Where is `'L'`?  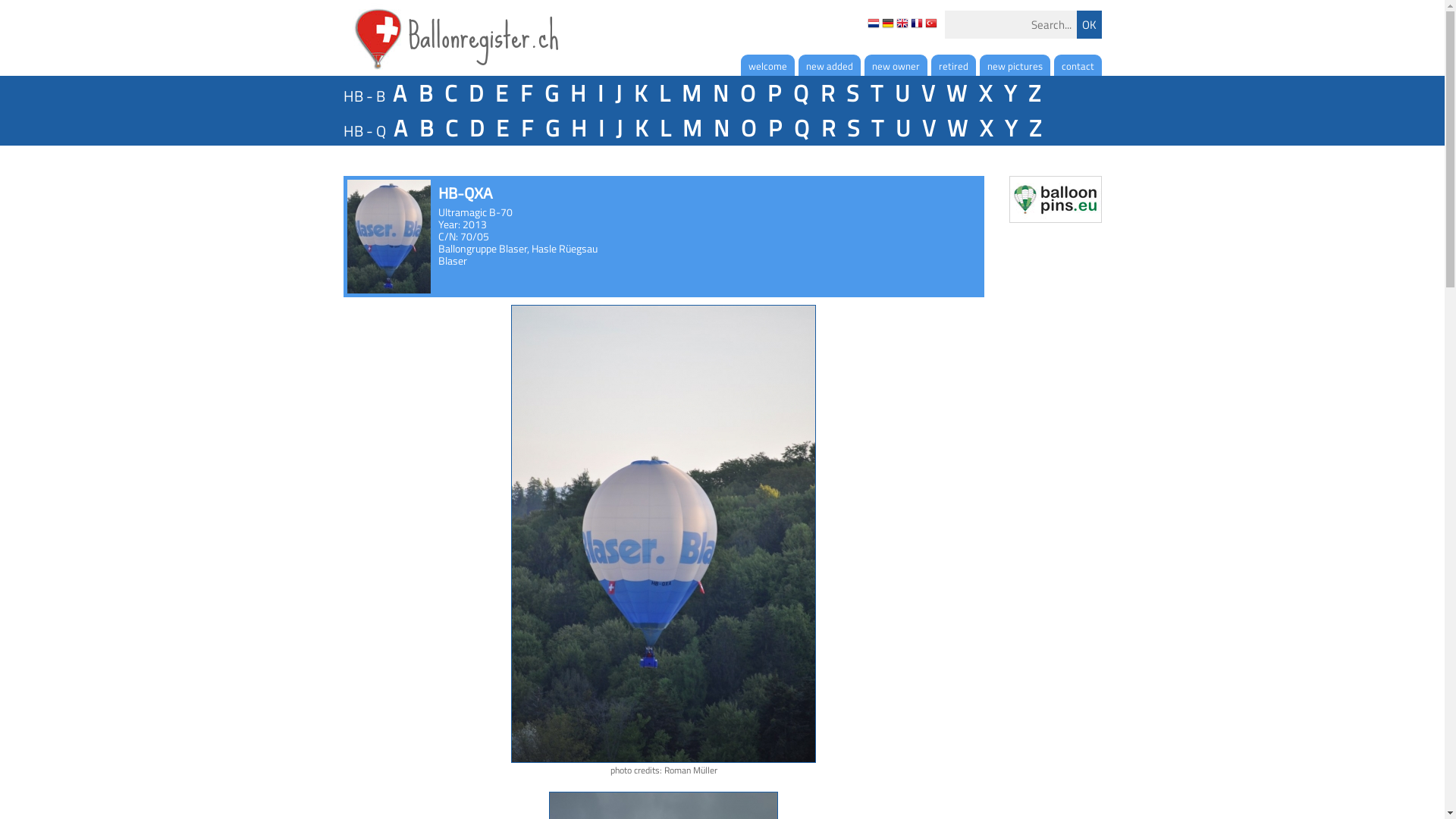
'L' is located at coordinates (665, 127).